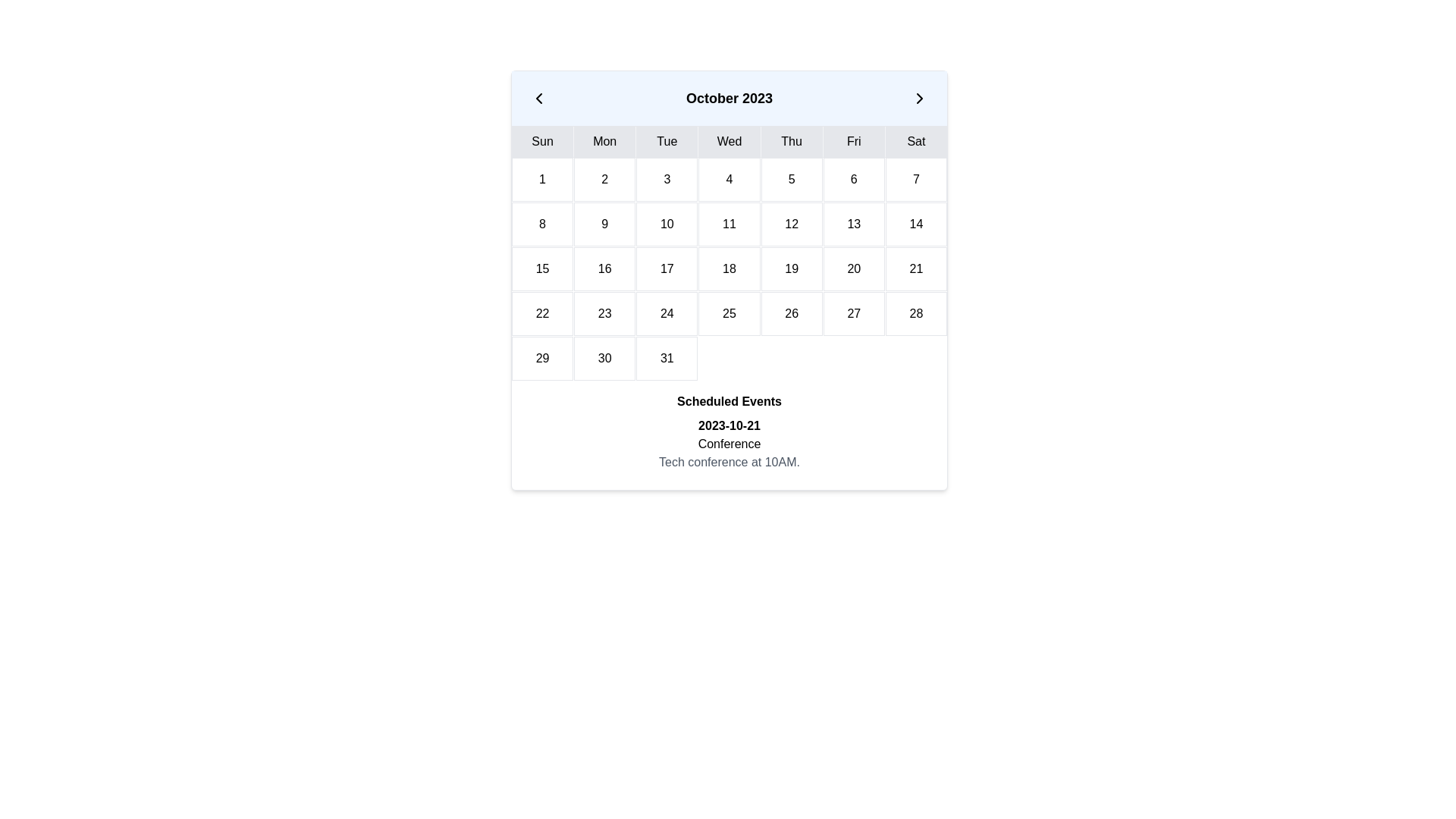 This screenshot has width=1456, height=819. Describe the element at coordinates (791, 178) in the screenshot. I see `the date cell displaying the number '5' in the calendar grid for October 2023` at that location.